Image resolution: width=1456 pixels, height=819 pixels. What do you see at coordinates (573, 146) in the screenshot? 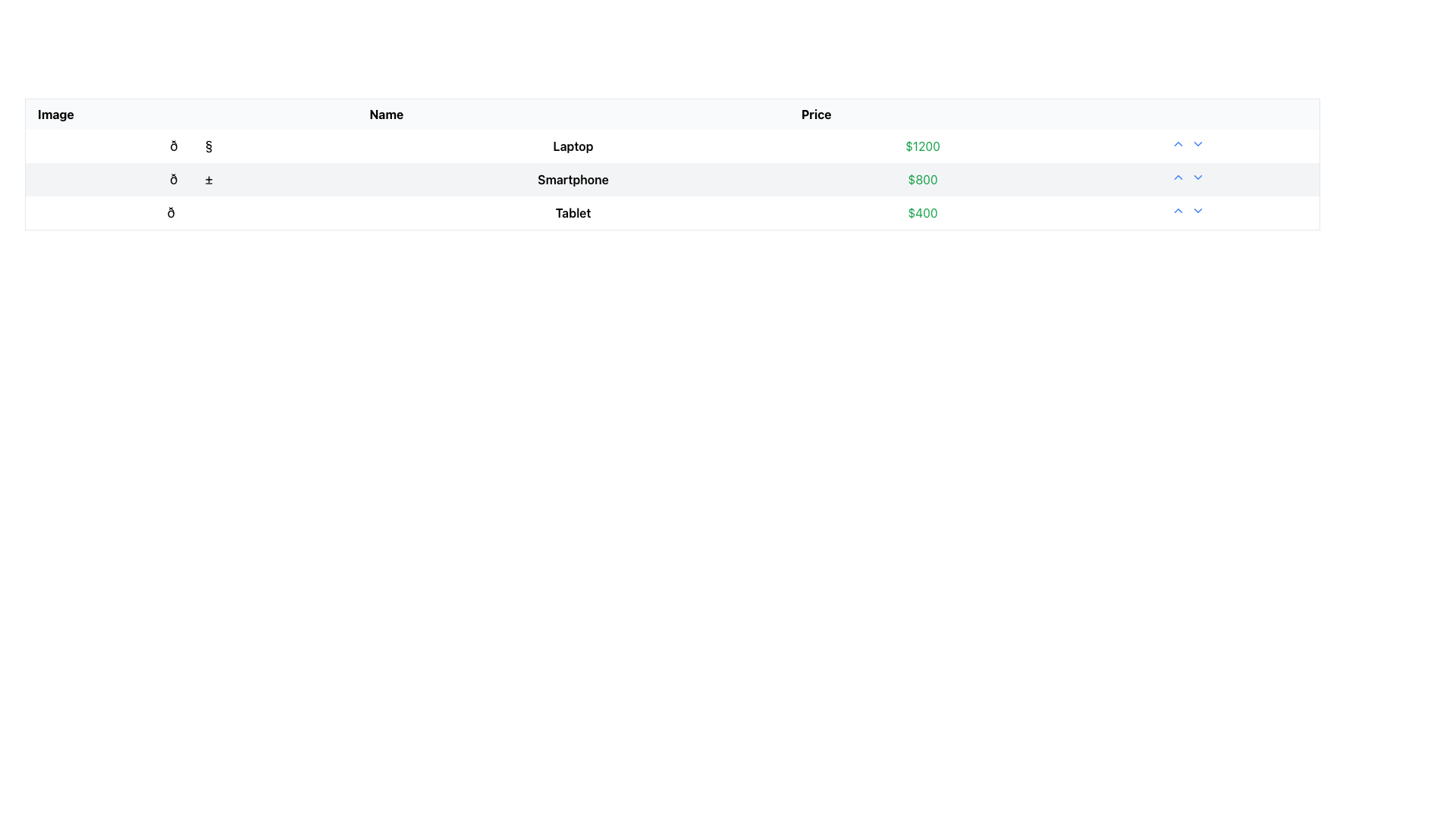
I see `text label displaying 'Laptop' in bold font style, located in the second column of the first row in the table layout` at bounding box center [573, 146].